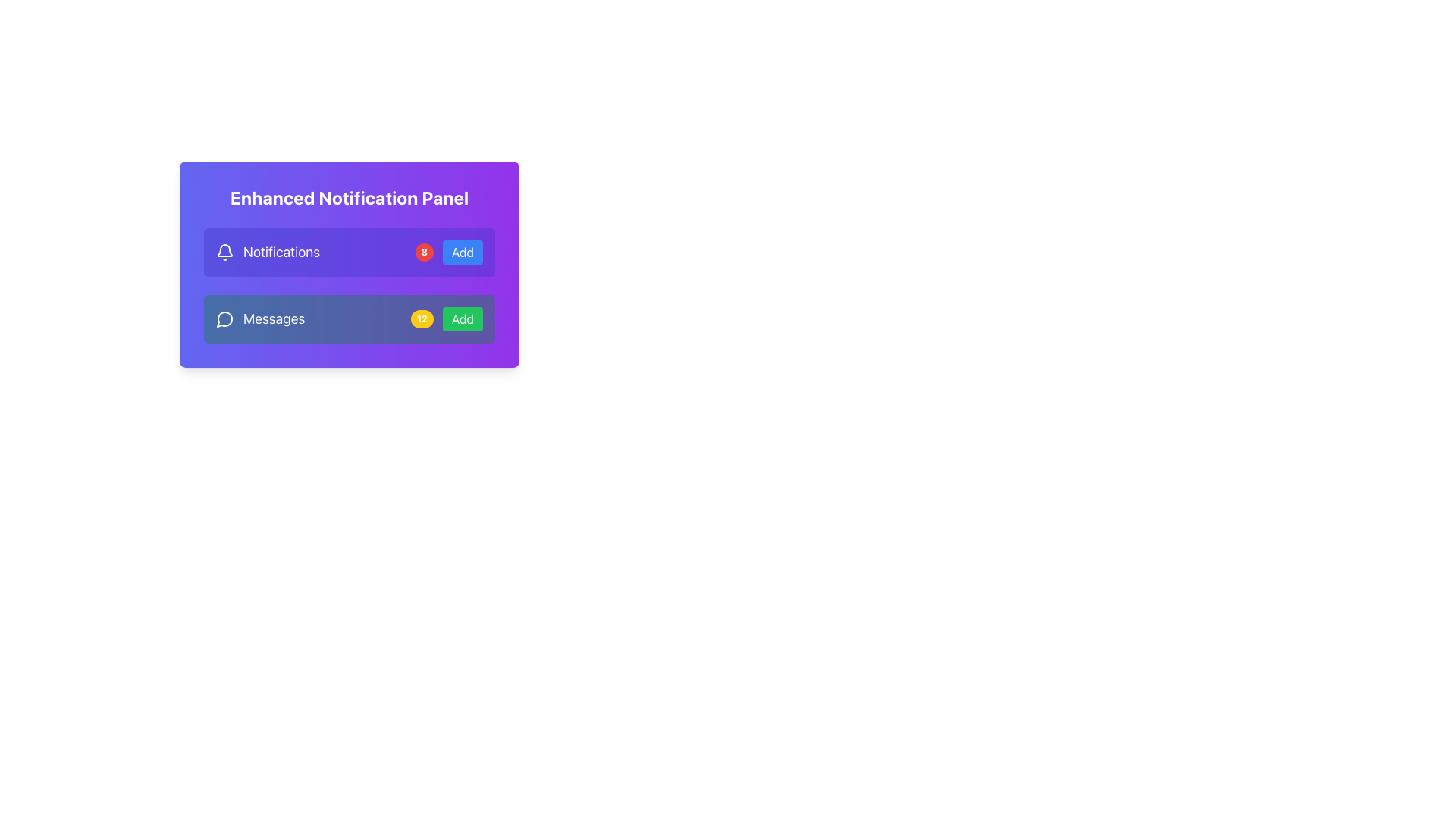  What do you see at coordinates (422, 318) in the screenshot?
I see `the yellow circular badge displaying the number '12' in white, bold font, located to the left of the green 'Add' button in the 'Messages' section` at bounding box center [422, 318].